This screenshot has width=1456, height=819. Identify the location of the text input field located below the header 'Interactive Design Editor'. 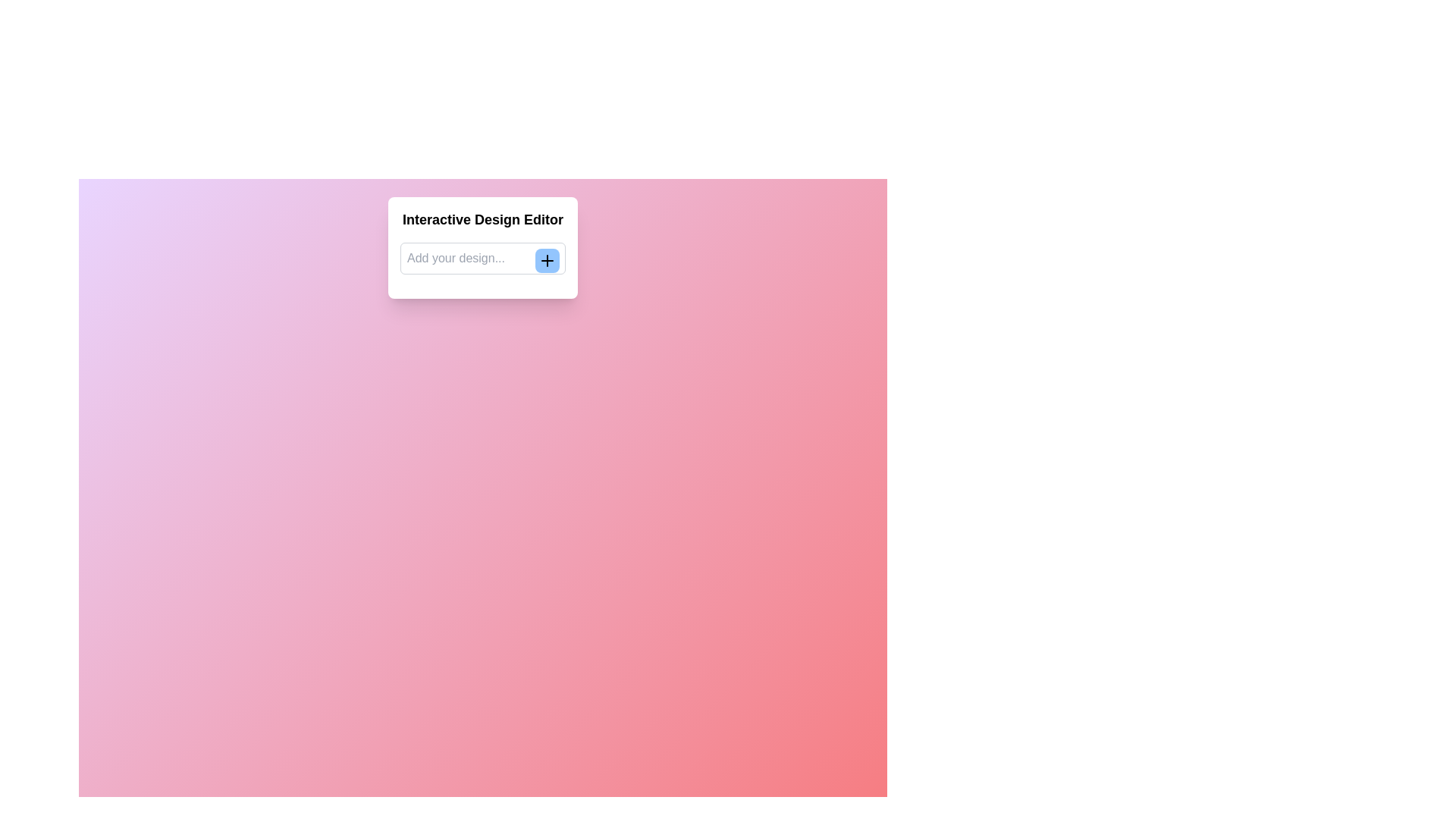
(482, 257).